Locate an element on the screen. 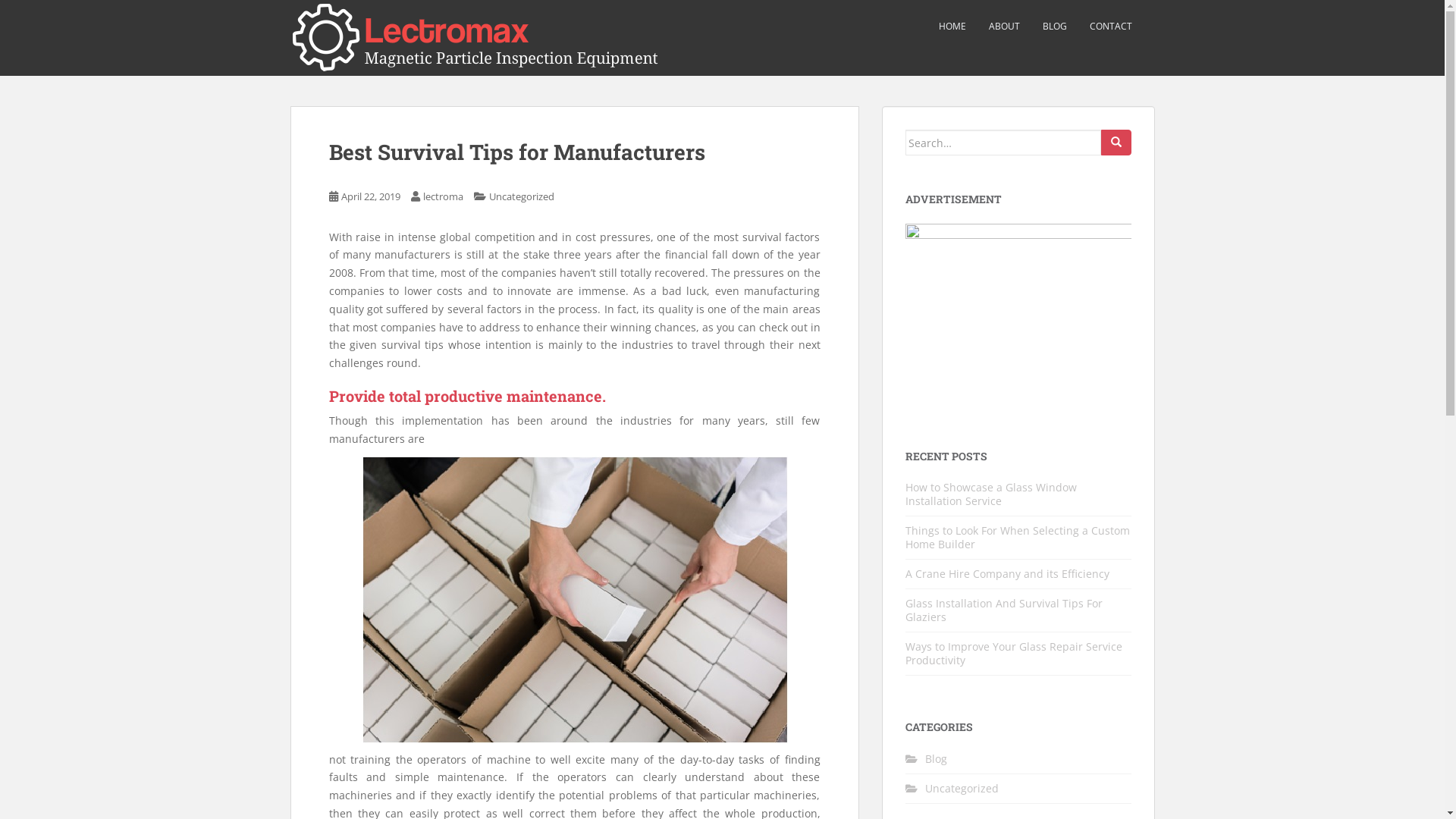 The image size is (1456, 819). 'CONTACT' is located at coordinates (1110, 26).